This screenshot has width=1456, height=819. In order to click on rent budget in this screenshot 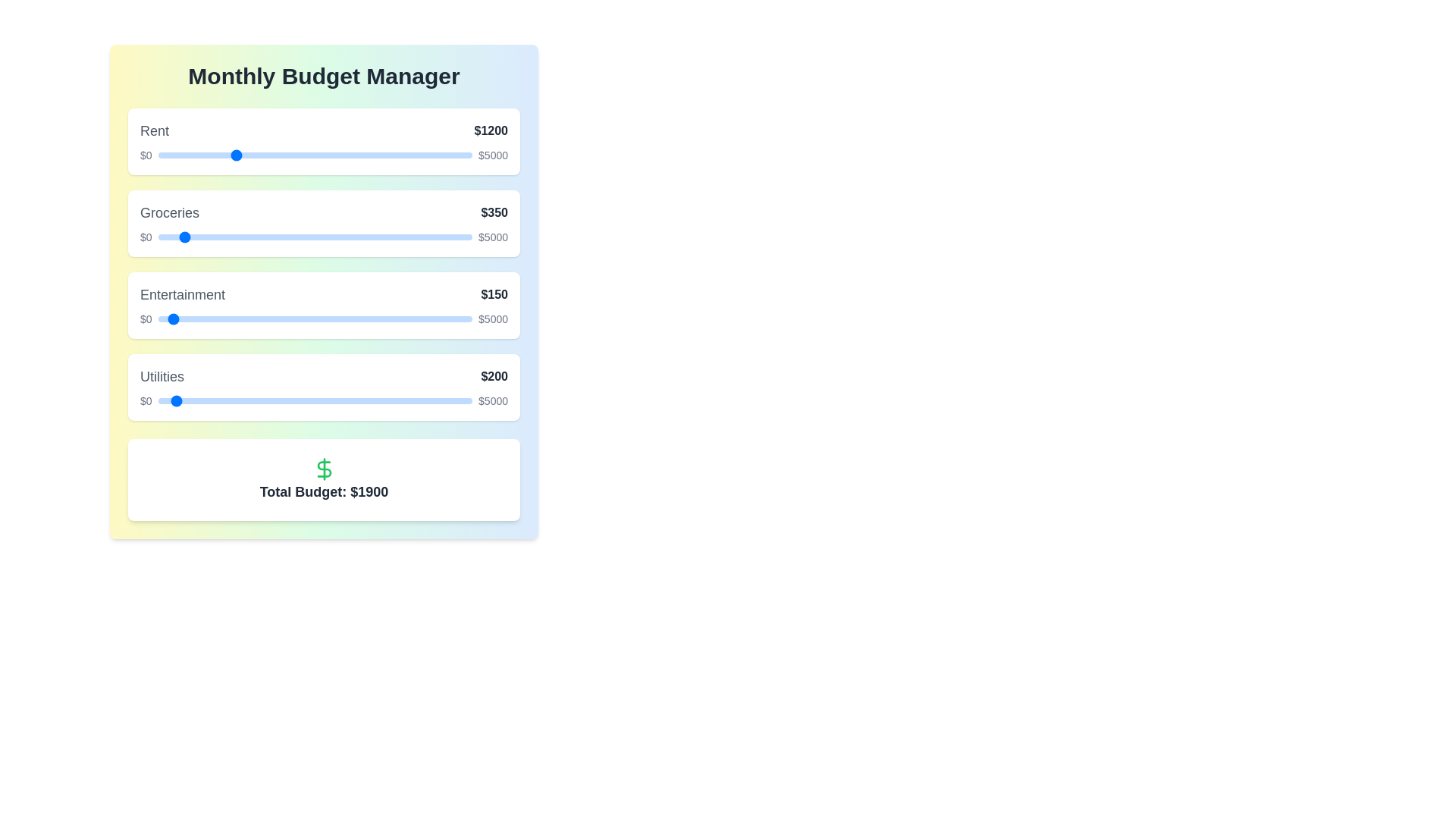, I will do `click(340, 155)`.